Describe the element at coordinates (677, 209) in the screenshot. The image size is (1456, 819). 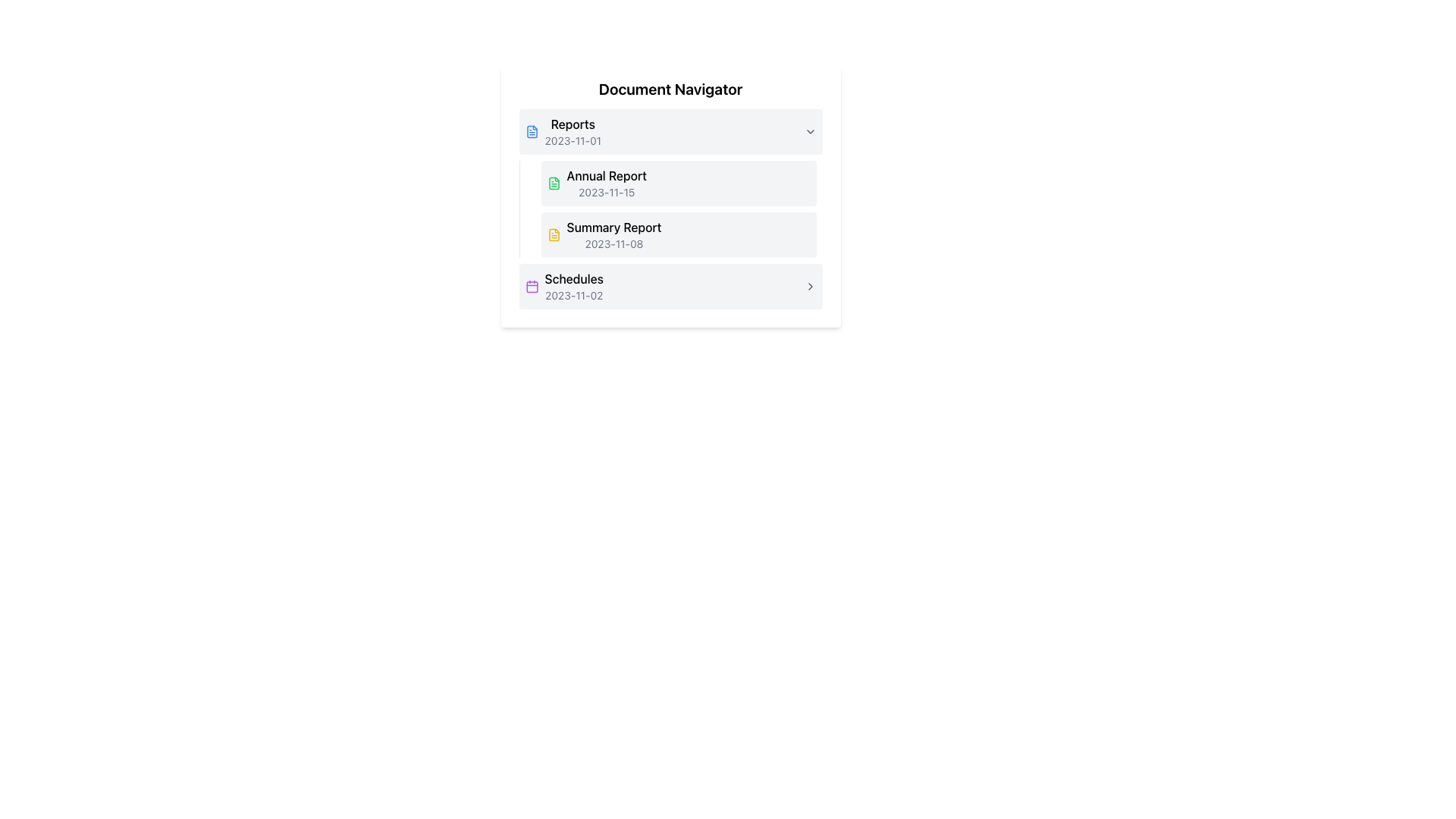
I see `the Clickable List Item containing 'Annual Report' and 'Summary Report'` at that location.